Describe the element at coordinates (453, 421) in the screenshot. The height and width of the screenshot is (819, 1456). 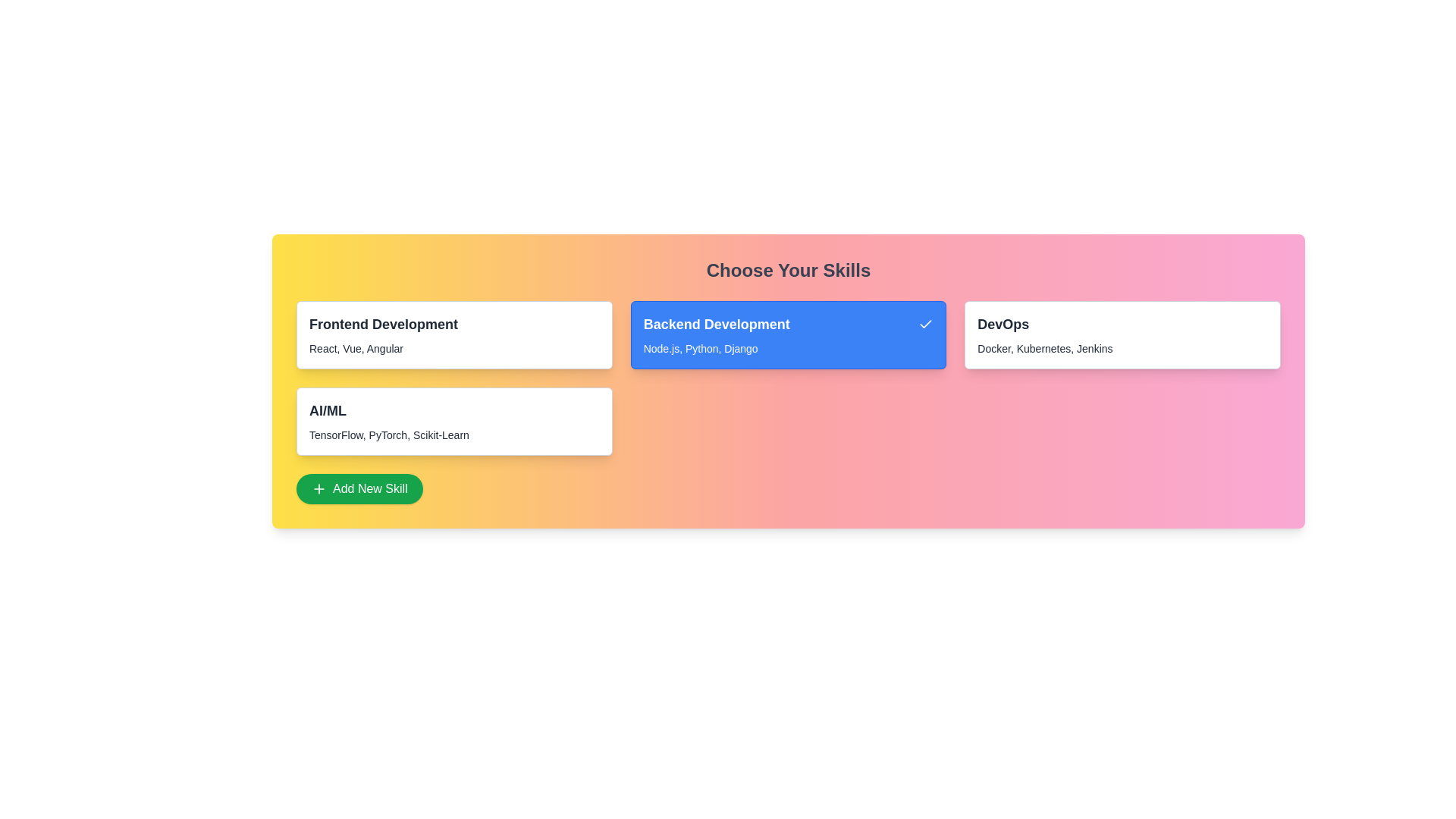
I see `the skill card labeled AI/ML` at that location.